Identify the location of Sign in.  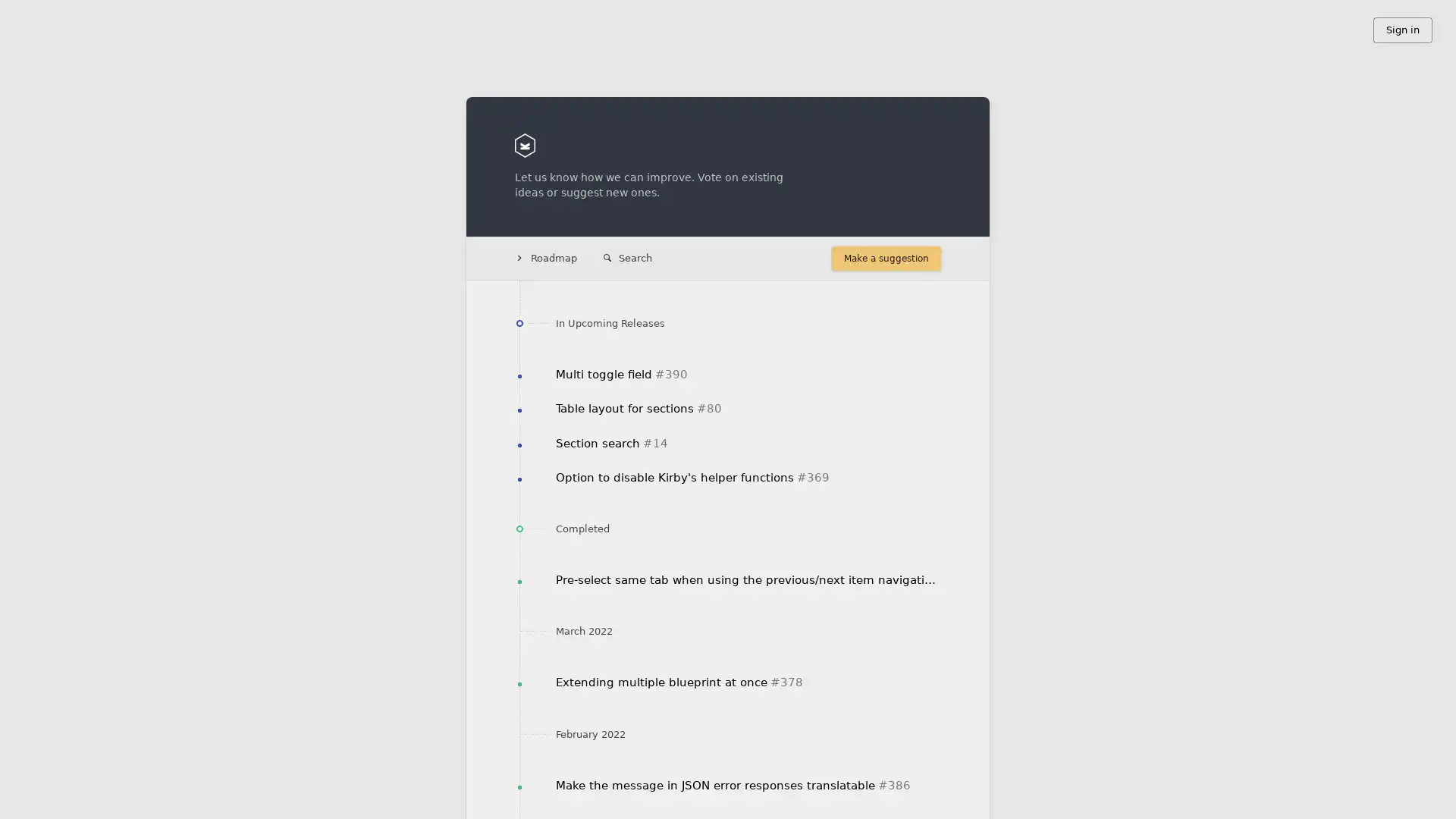
(1401, 30).